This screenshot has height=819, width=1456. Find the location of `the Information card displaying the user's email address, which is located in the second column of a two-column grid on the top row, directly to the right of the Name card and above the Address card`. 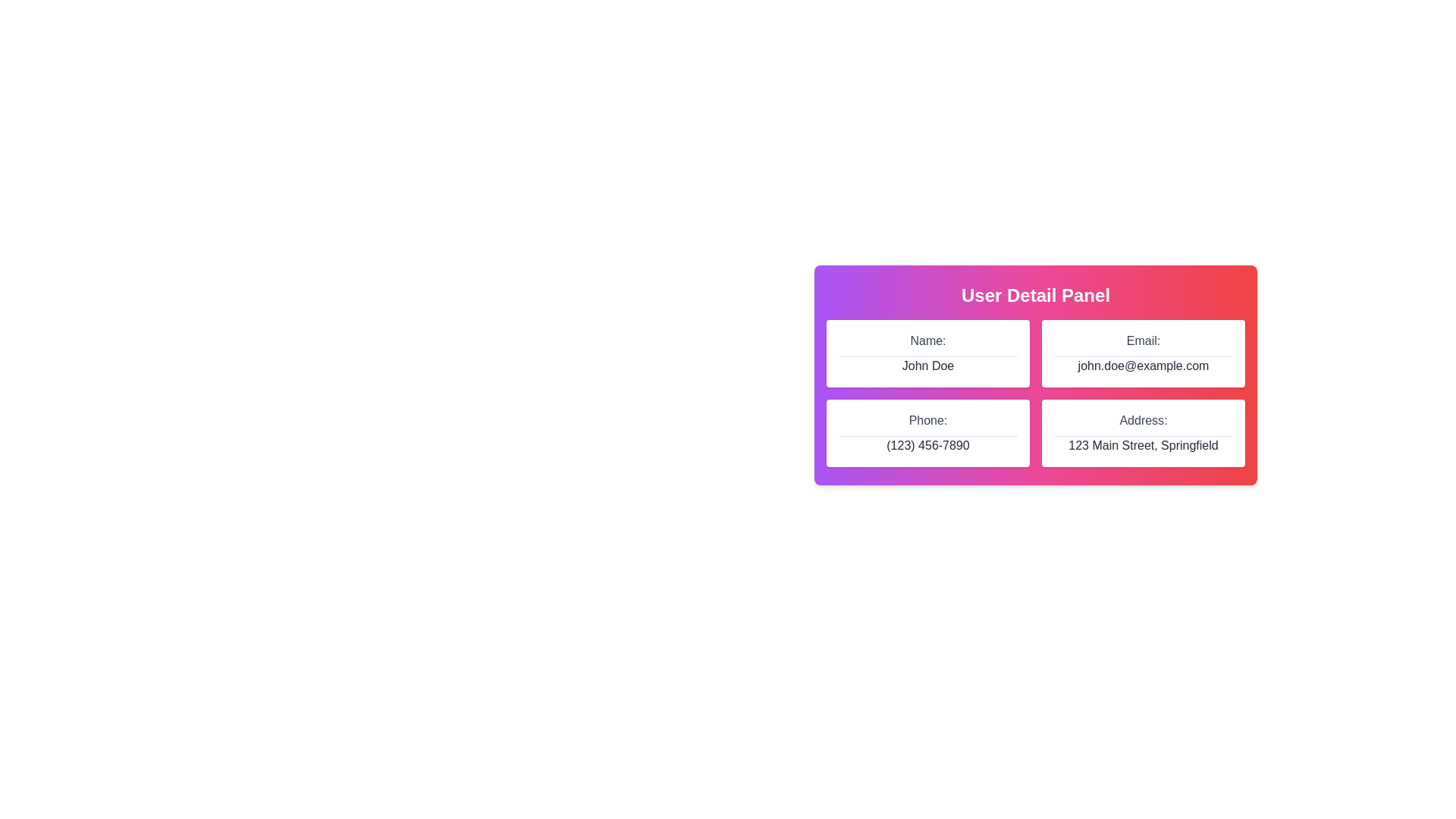

the Information card displaying the user's email address, which is located in the second column of a two-column grid on the top row, directly to the right of the Name card and above the Address card is located at coordinates (1143, 353).